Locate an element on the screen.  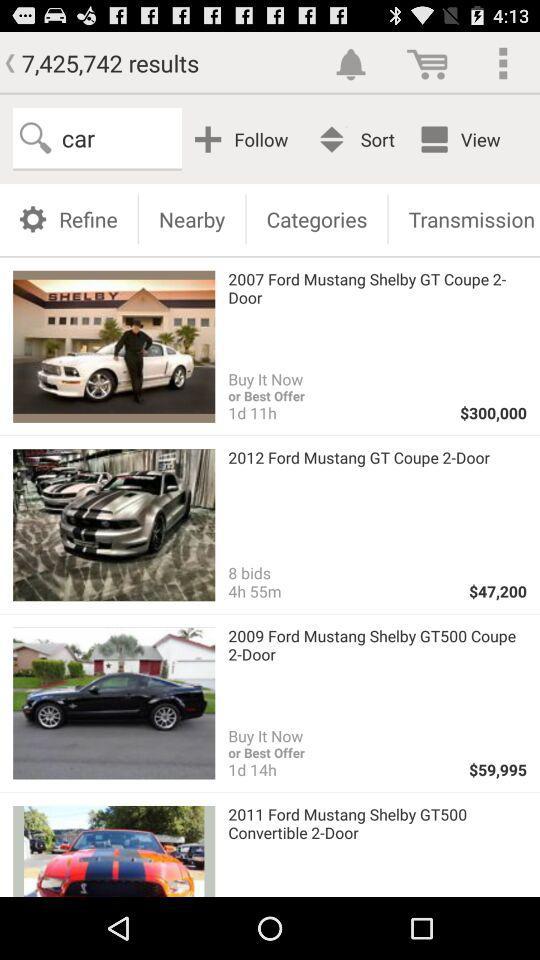
the refine is located at coordinates (67, 218).